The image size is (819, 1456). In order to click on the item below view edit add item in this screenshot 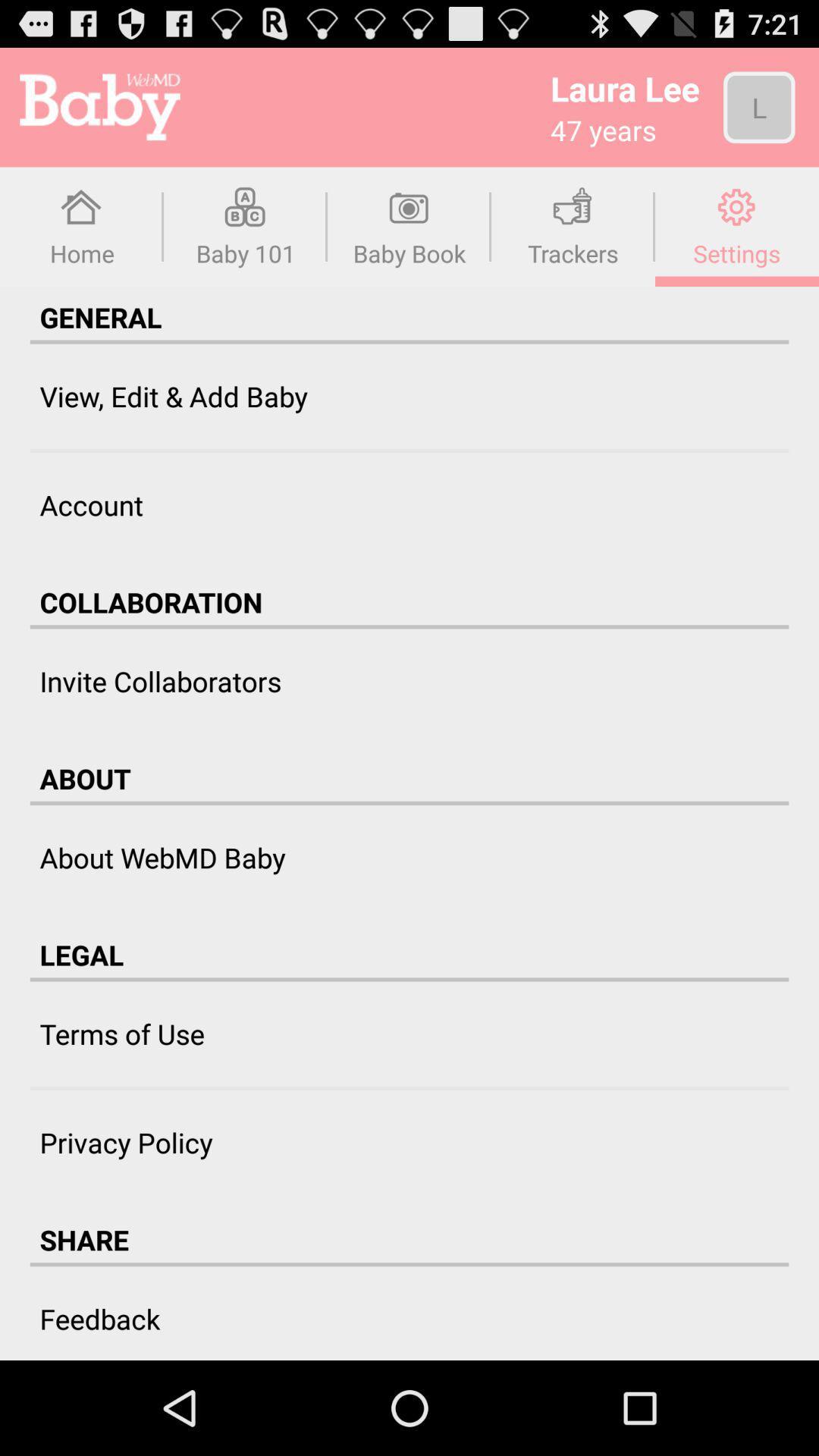, I will do `click(409, 450)`.